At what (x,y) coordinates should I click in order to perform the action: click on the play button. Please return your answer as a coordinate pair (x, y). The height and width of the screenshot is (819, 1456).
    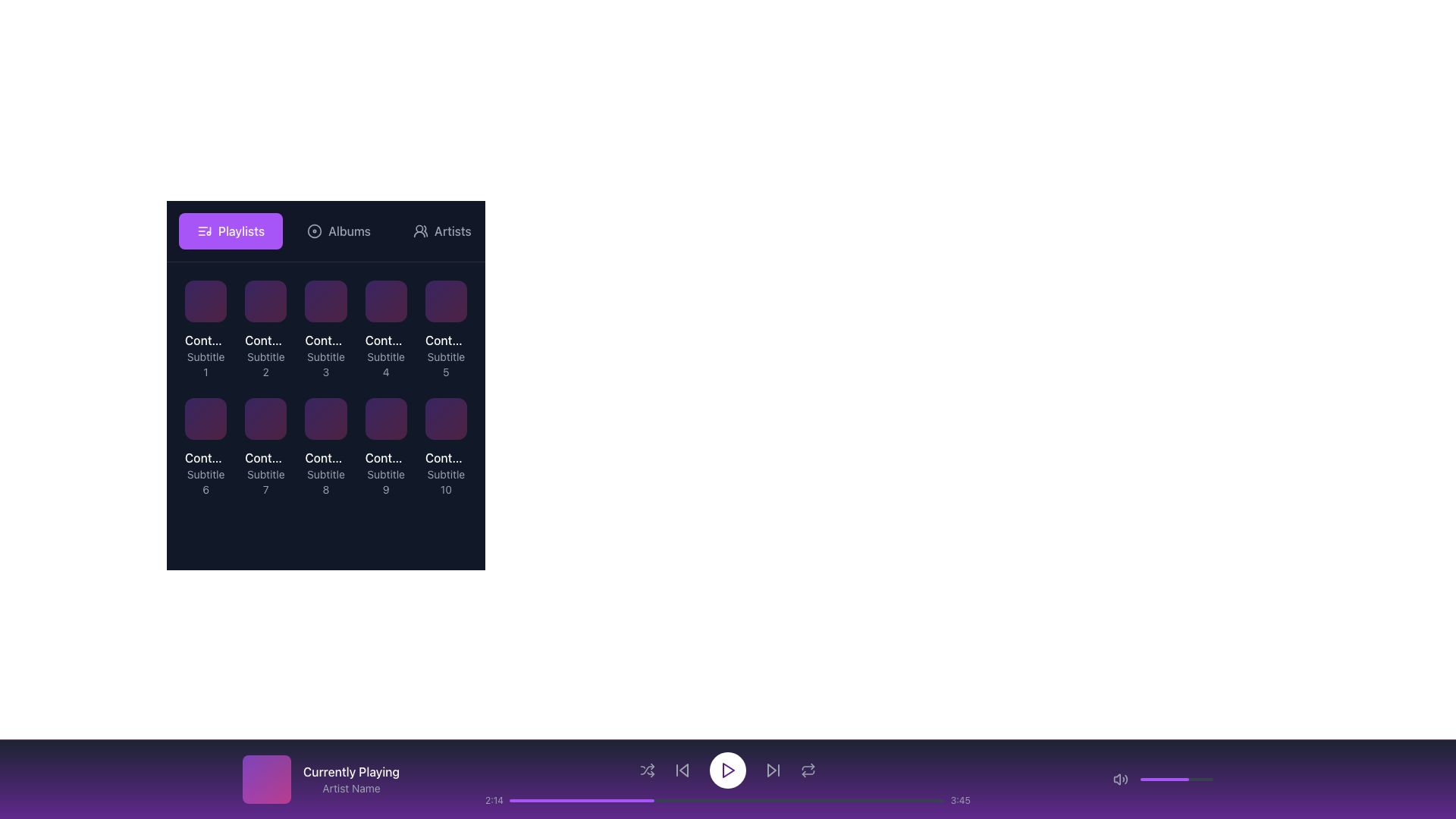
    Looking at the image, I should click on (265, 447).